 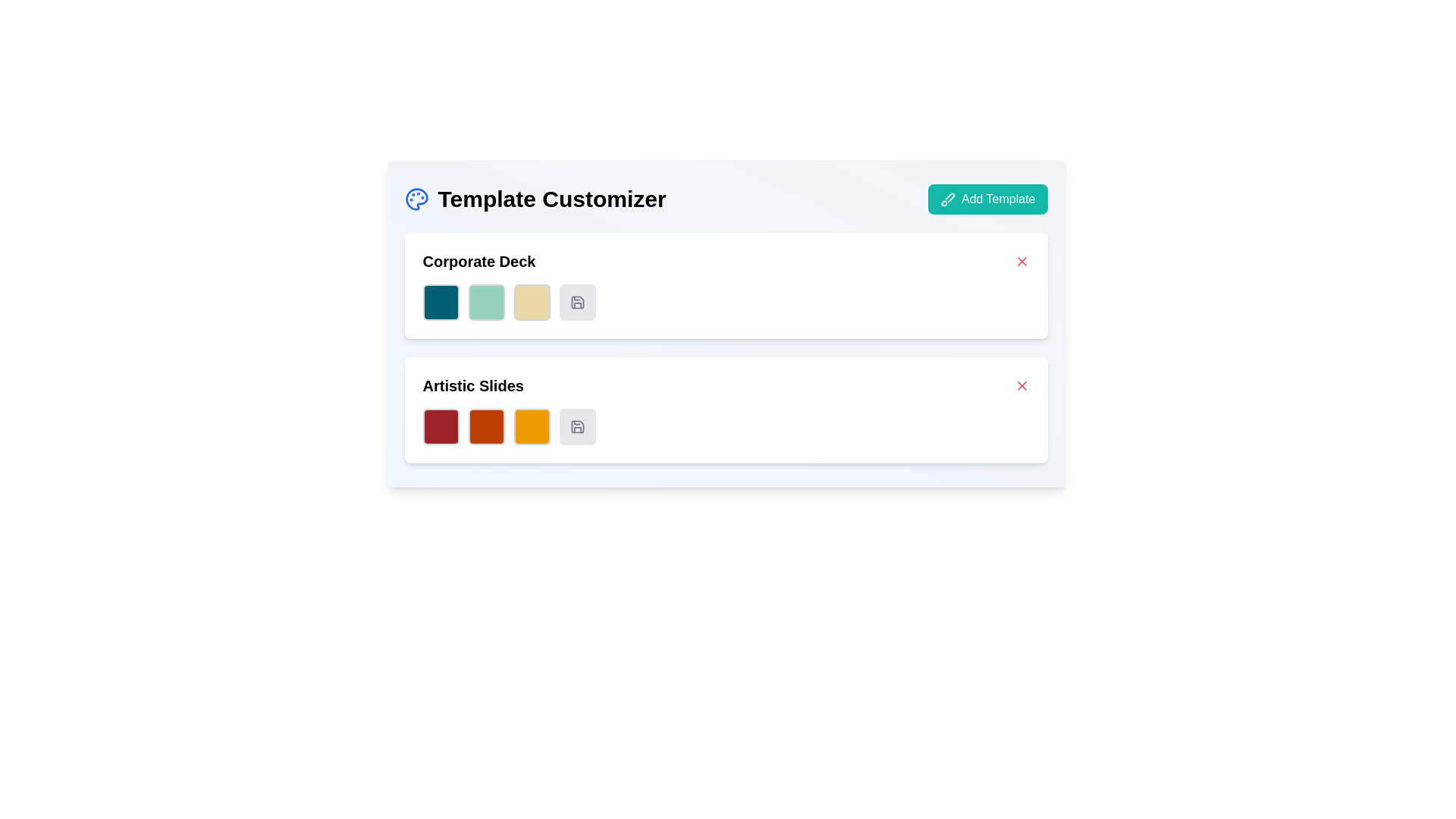 What do you see at coordinates (1021, 260) in the screenshot?
I see `the delete or close button (icon) located to the right of the 'Corporate Deck' text` at bounding box center [1021, 260].